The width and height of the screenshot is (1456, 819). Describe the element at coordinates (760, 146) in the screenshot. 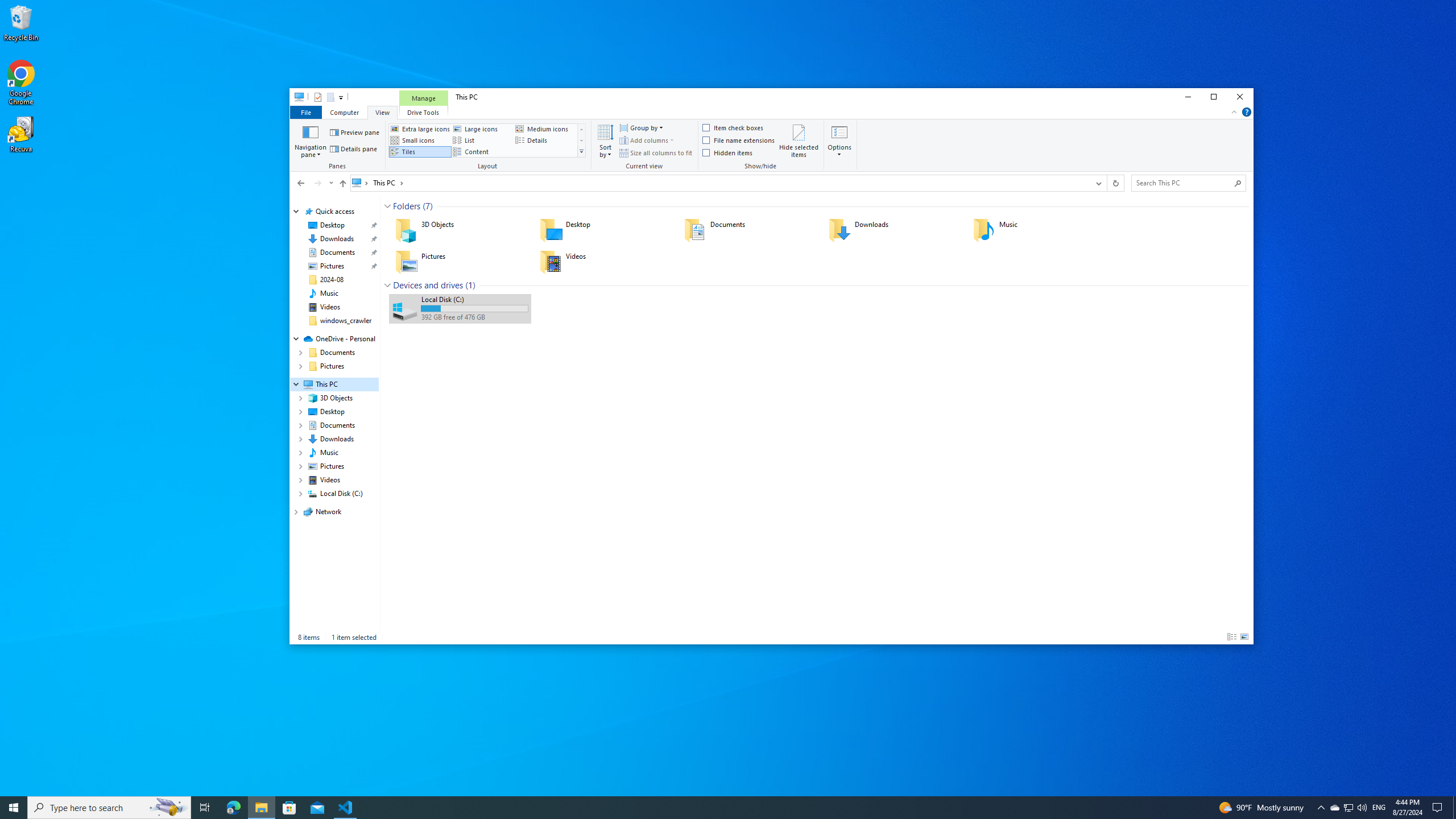

I see `'Show/hide'` at that location.